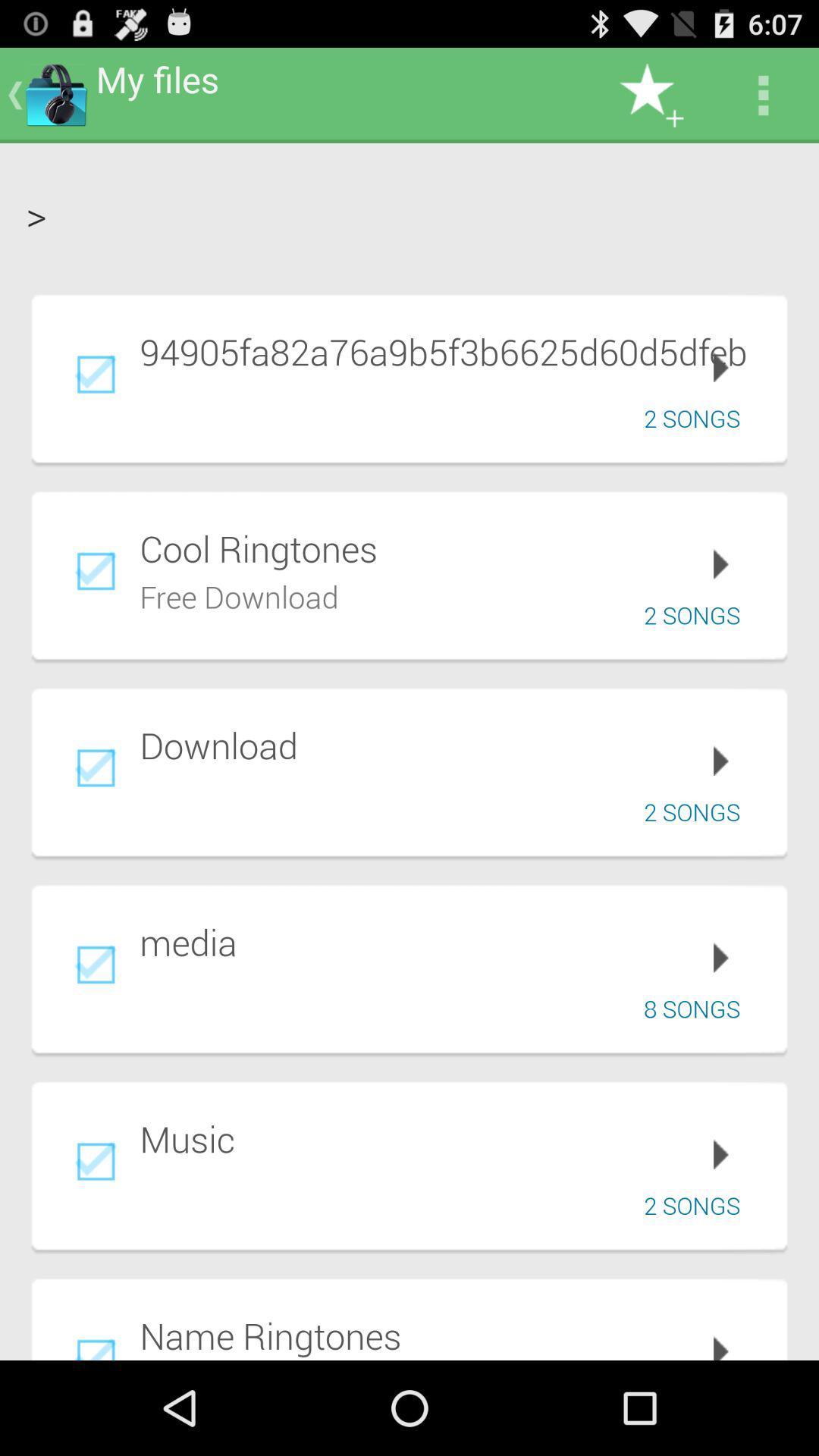 The width and height of the screenshot is (819, 1456). I want to click on the media, so click(452, 941).